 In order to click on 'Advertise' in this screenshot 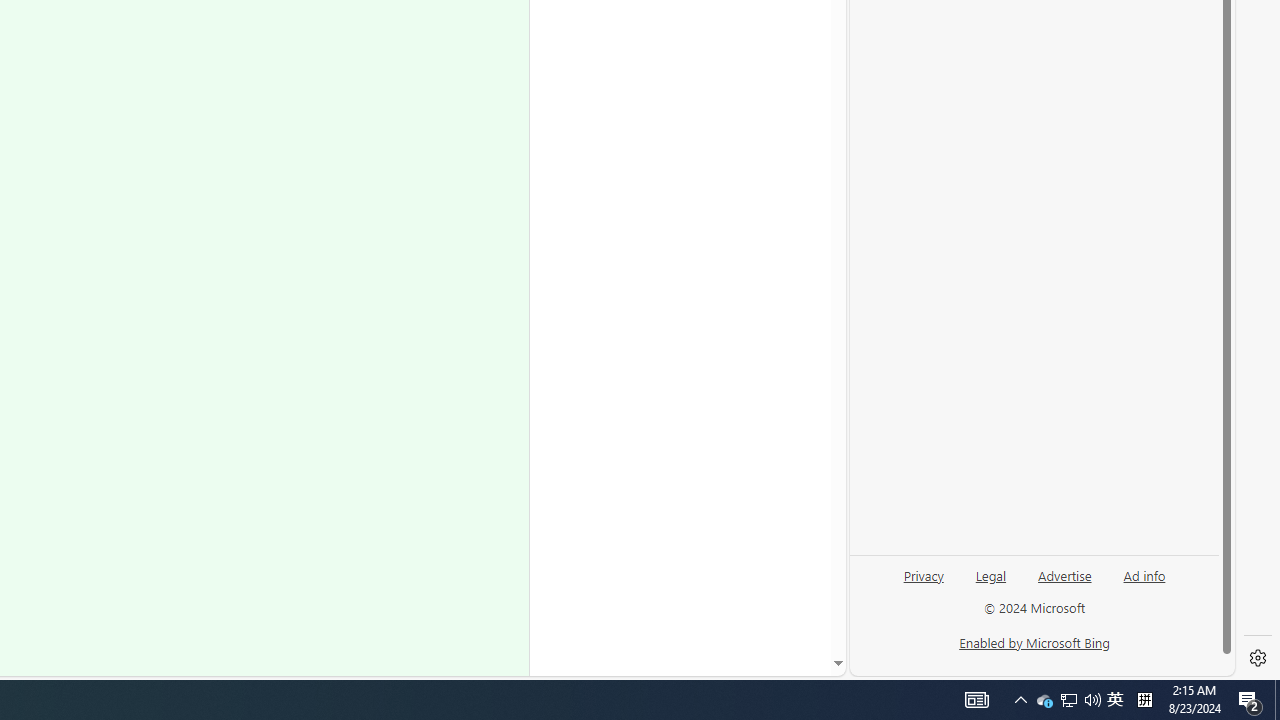, I will do `click(1063, 574)`.